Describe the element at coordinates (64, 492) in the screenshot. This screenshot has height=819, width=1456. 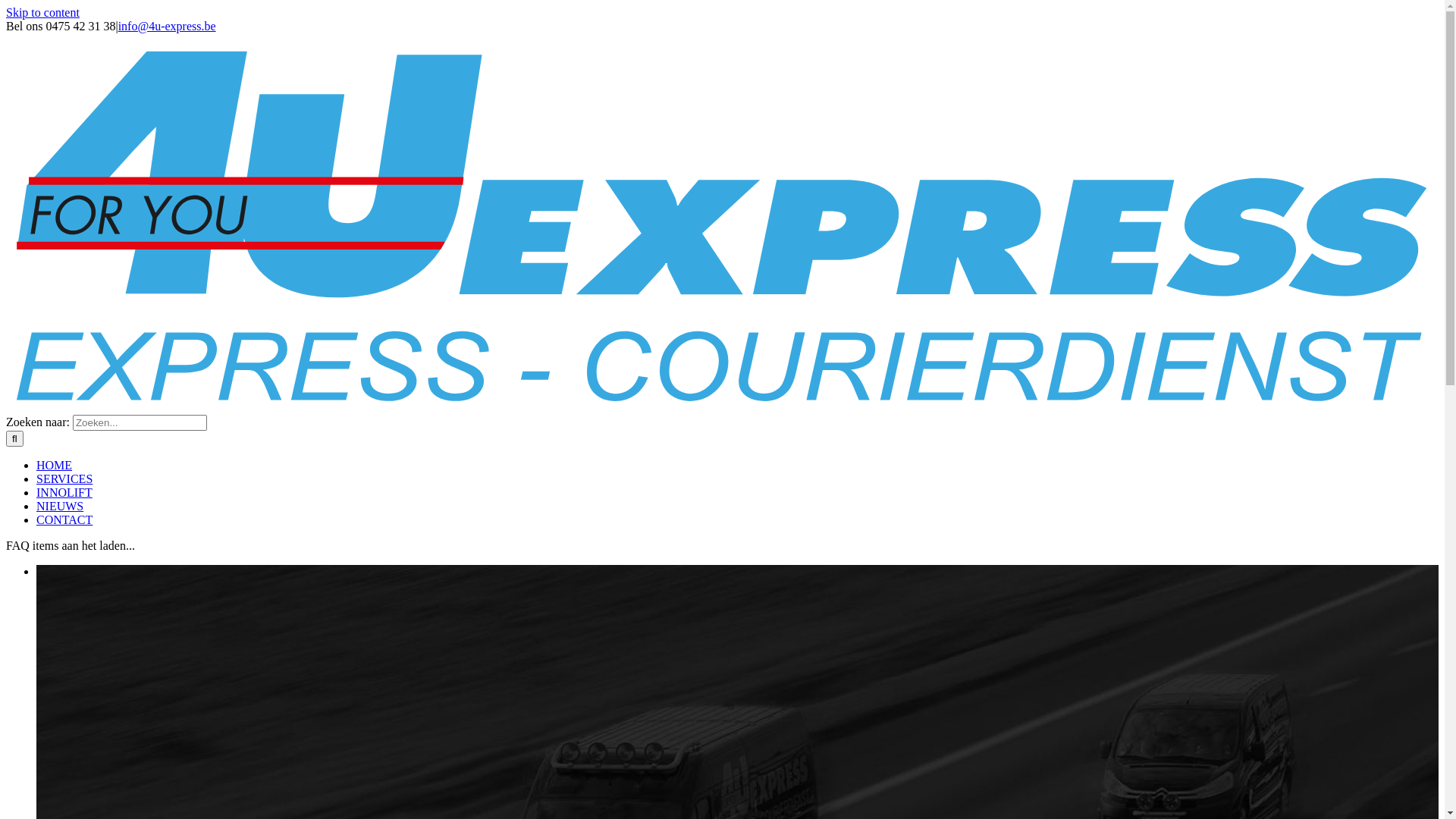
I see `'INNOLIFT'` at that location.